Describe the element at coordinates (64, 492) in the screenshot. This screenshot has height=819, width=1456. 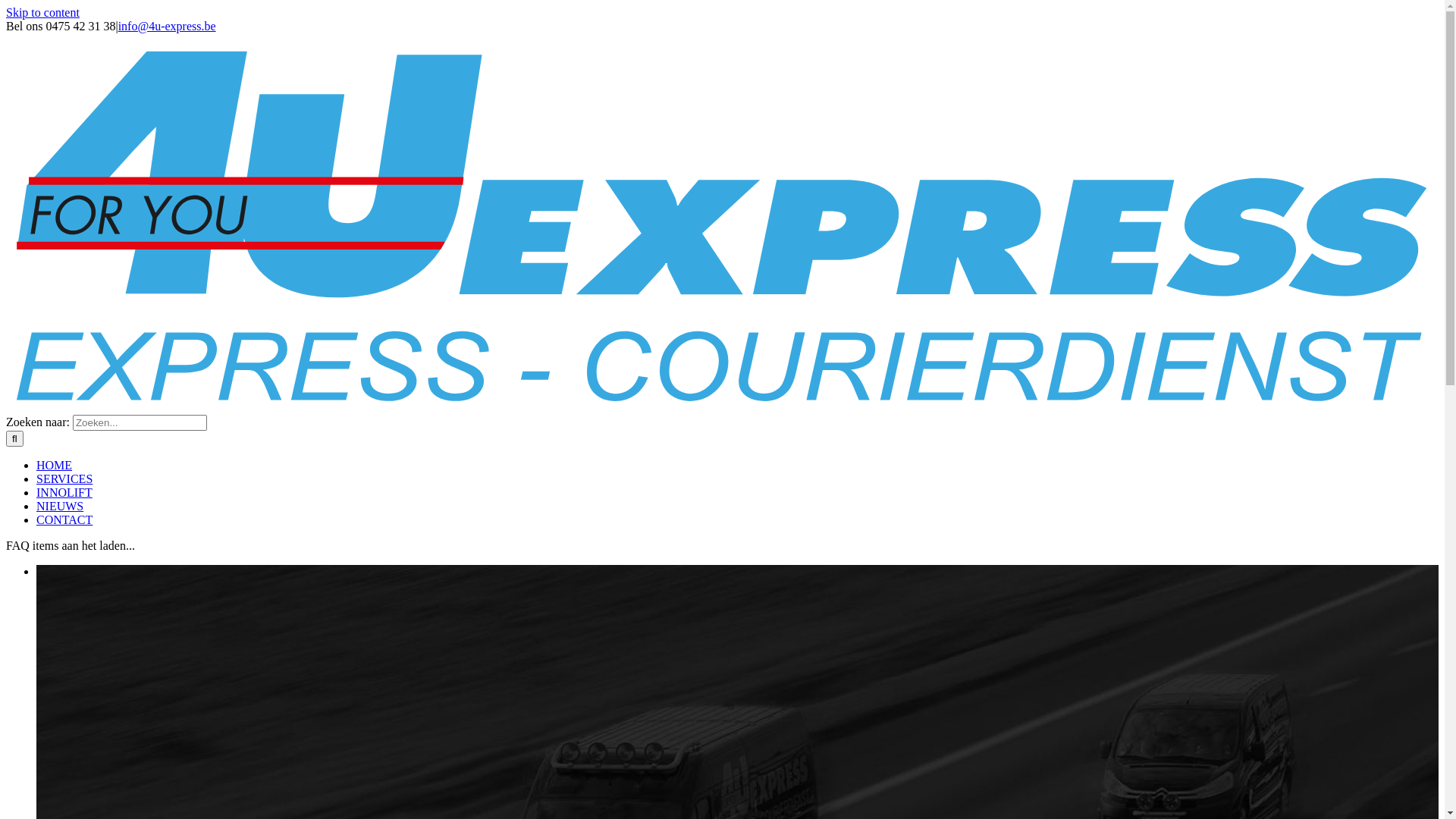
I see `'INNOLIFT'` at that location.